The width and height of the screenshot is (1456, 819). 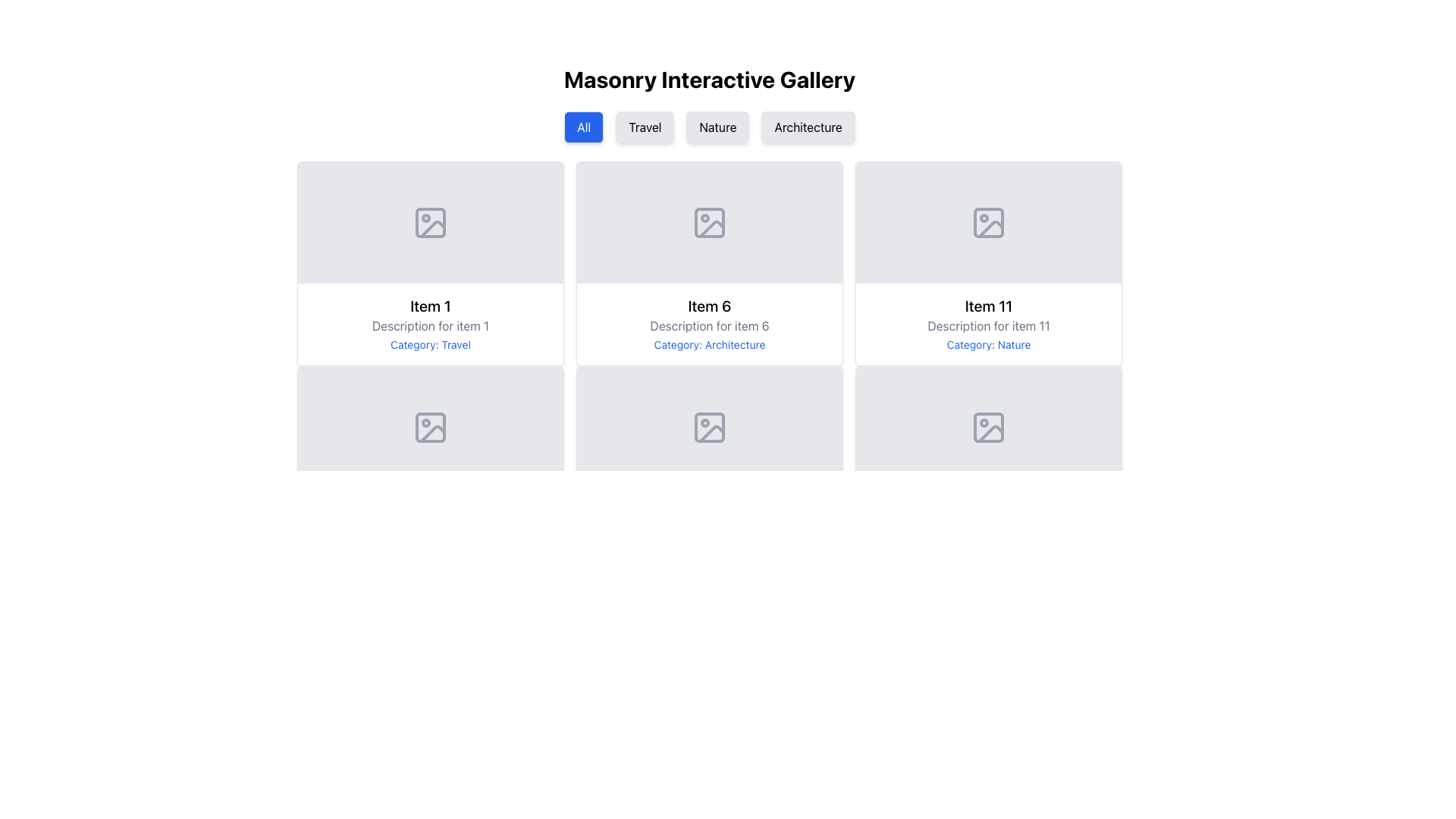 What do you see at coordinates (989, 222) in the screenshot?
I see `the Placeholder Icon located in the second row of the third column labeled 'Item 11' to interact with it` at bounding box center [989, 222].